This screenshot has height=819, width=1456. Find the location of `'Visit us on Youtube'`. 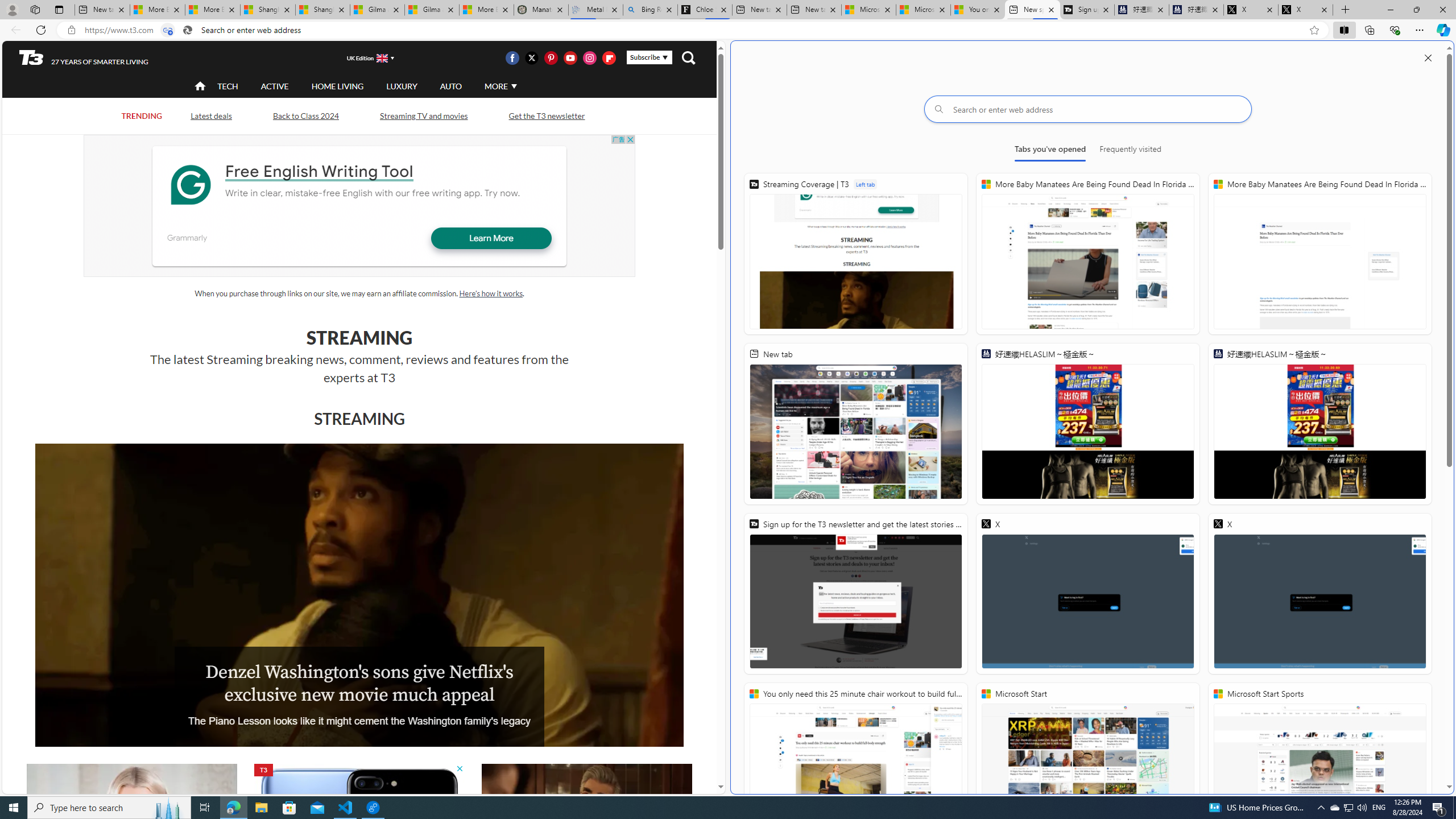

'Visit us on Youtube' is located at coordinates (570, 57).